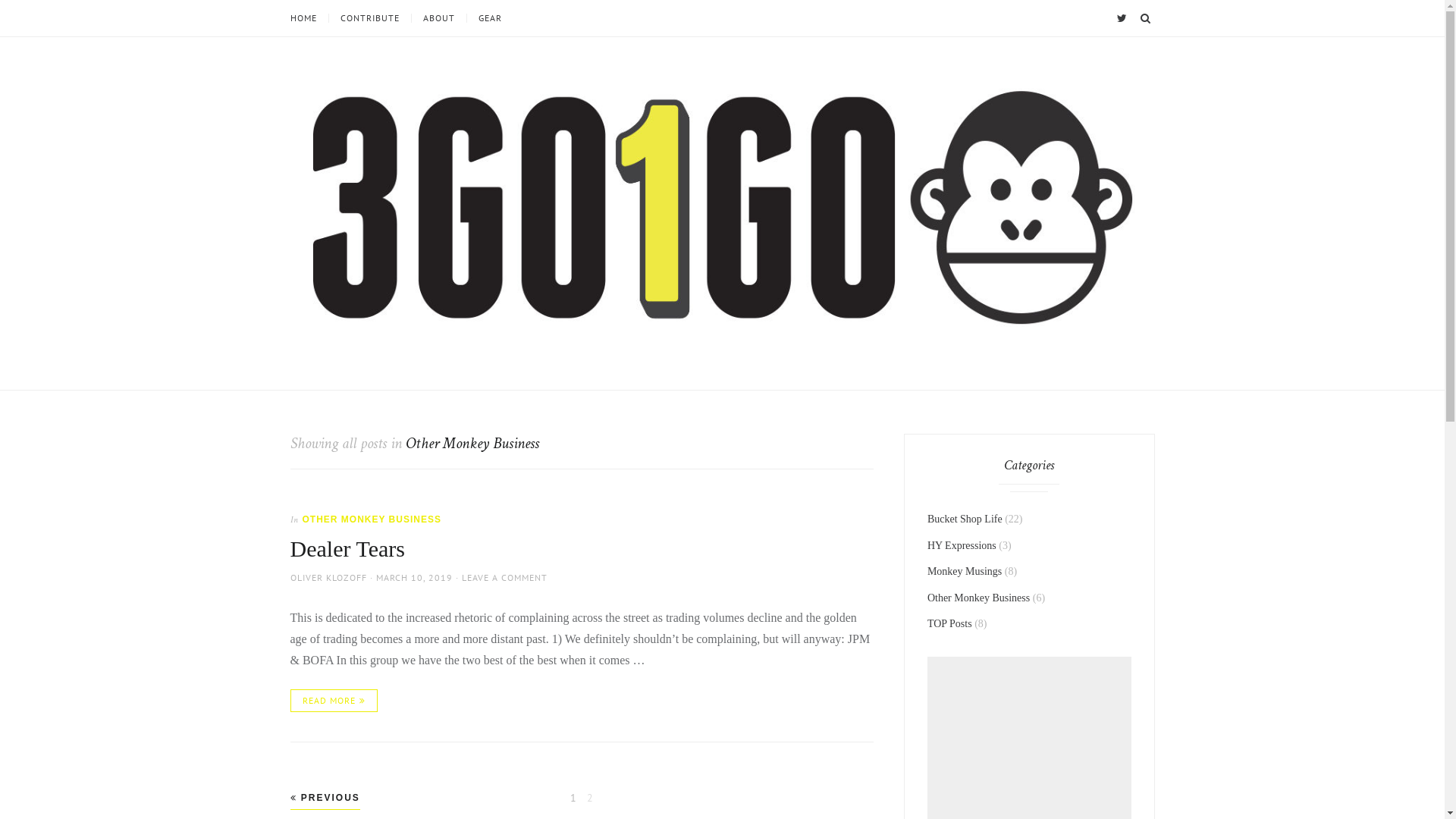  Describe the element at coordinates (290, 577) in the screenshot. I see `'OLIVER KLOZOFF'` at that location.